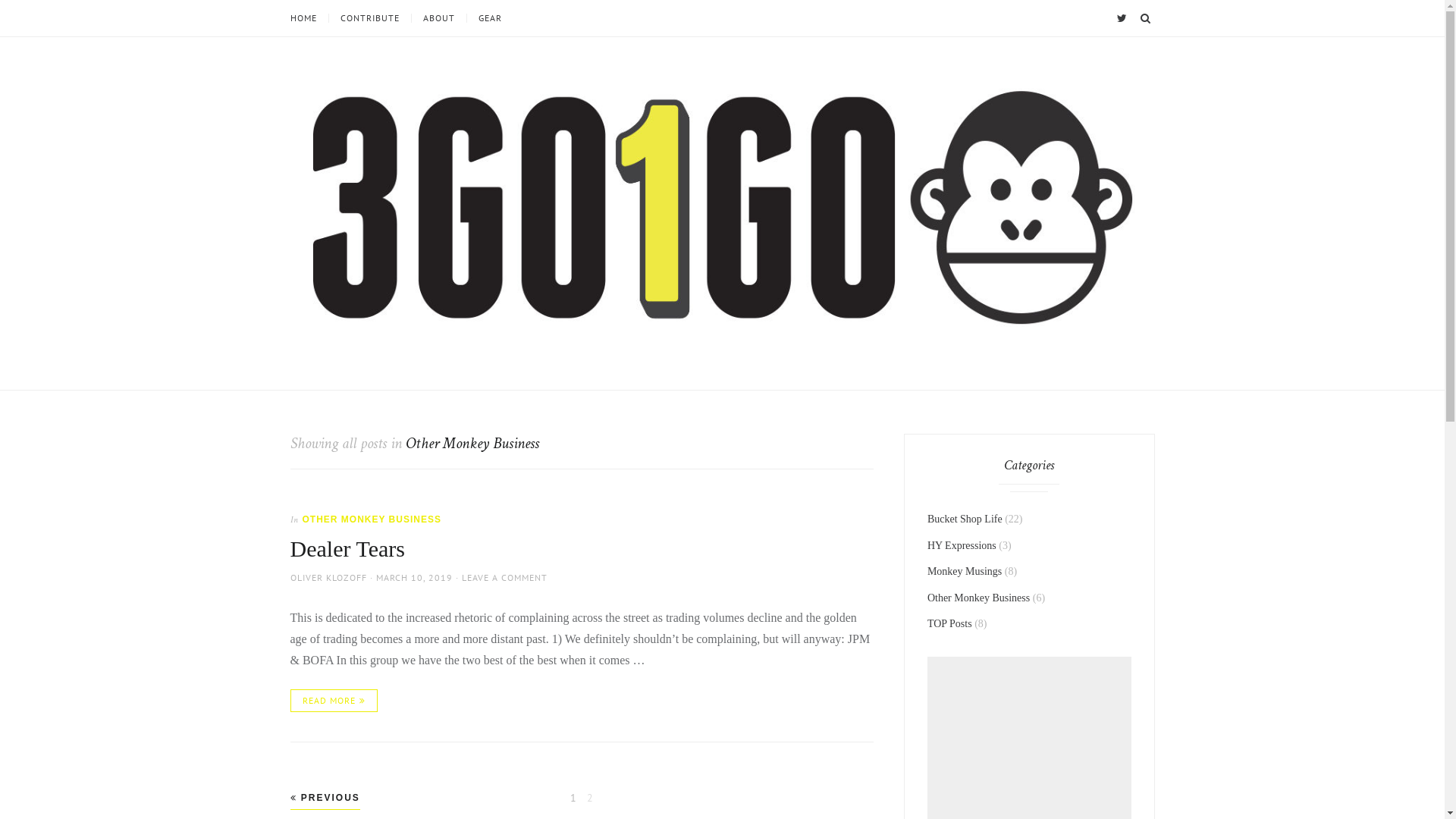  Describe the element at coordinates (290, 577) in the screenshot. I see `'OLIVER KLOZOFF'` at that location.